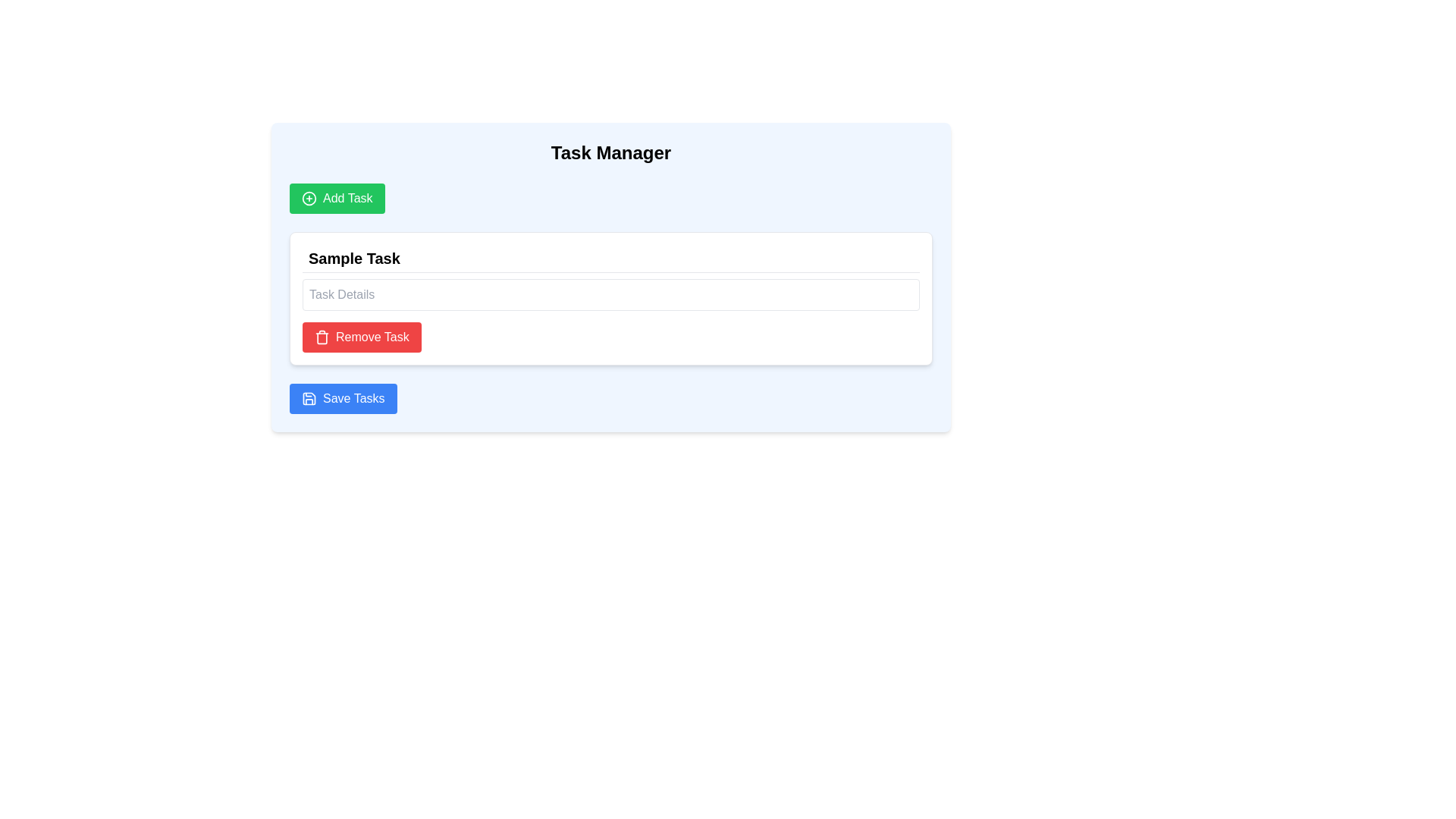  I want to click on the button located beneath the title 'Task Manager', so click(336, 198).